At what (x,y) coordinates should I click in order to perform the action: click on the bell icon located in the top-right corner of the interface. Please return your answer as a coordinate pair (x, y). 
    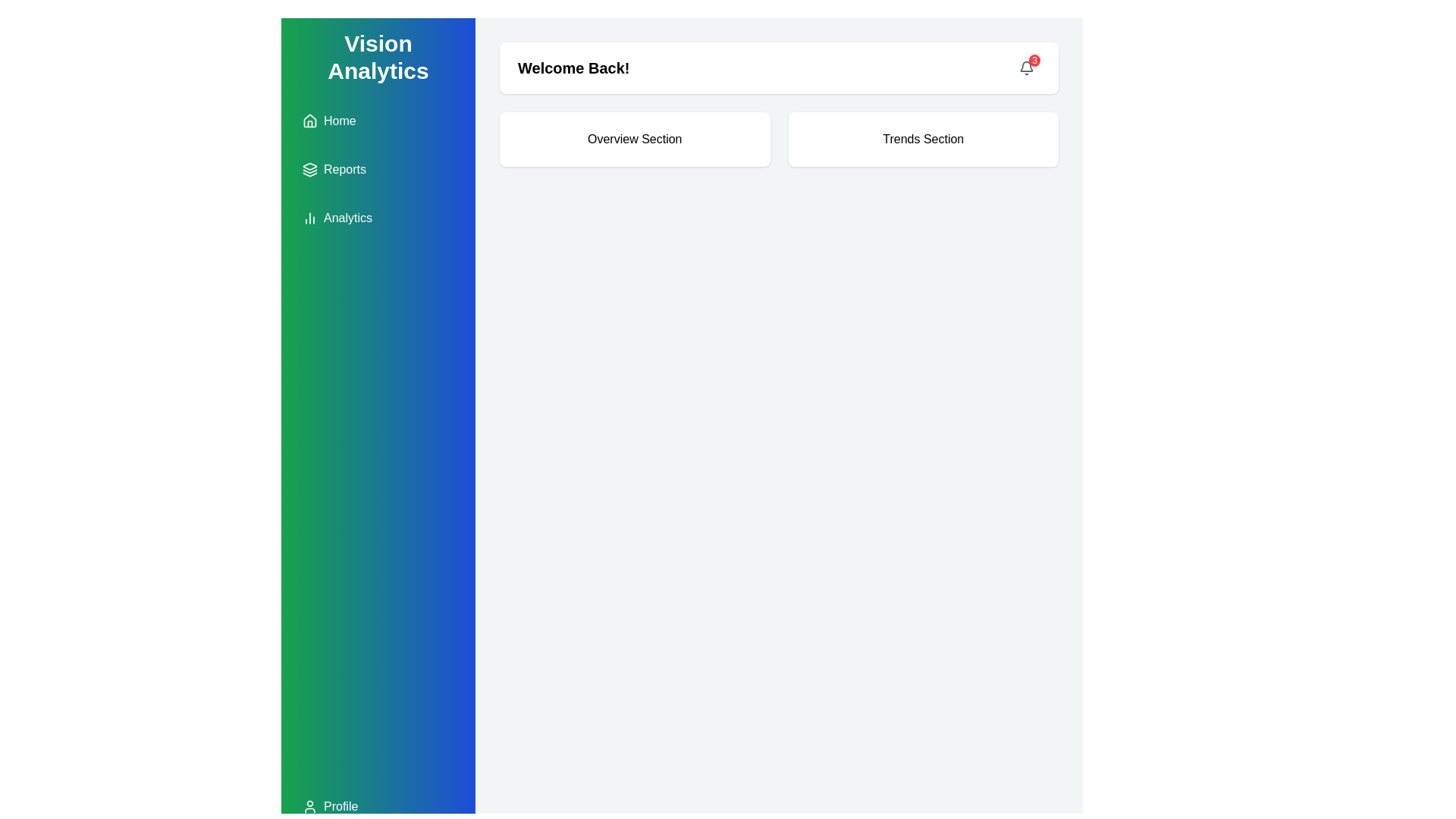
    Looking at the image, I should click on (1026, 67).